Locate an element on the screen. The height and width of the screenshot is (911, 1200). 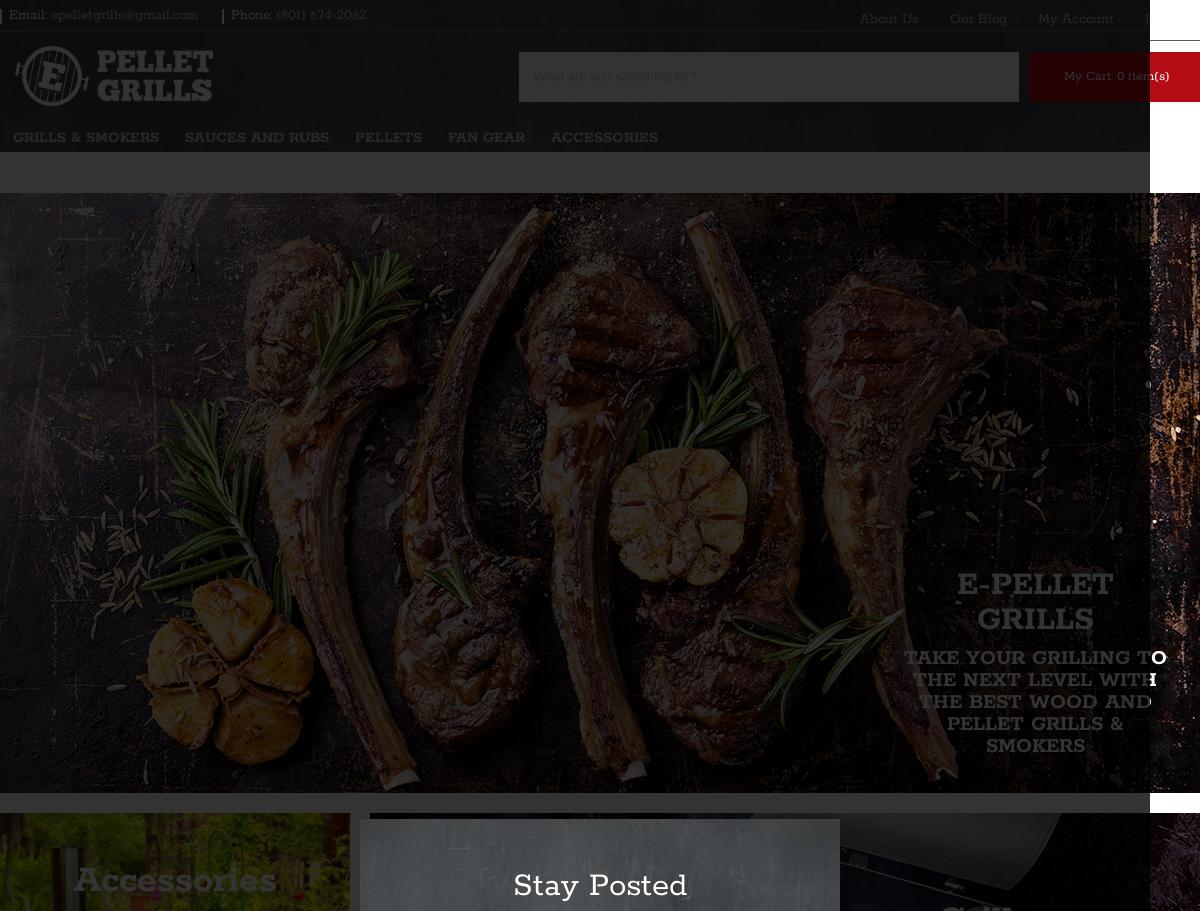
'Log In' is located at coordinates (1163, 19).